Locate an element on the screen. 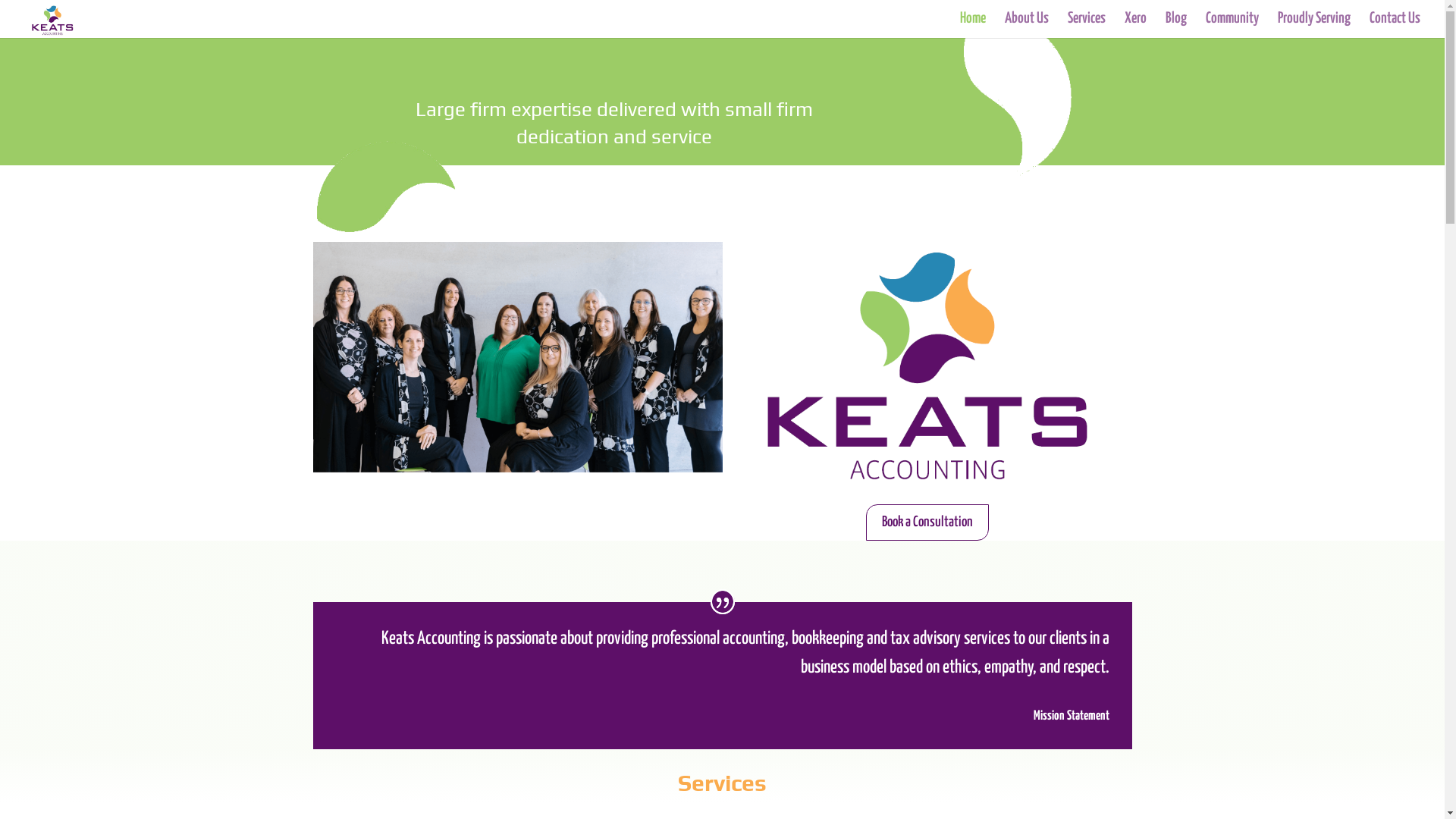  'About Us' is located at coordinates (1004, 26).